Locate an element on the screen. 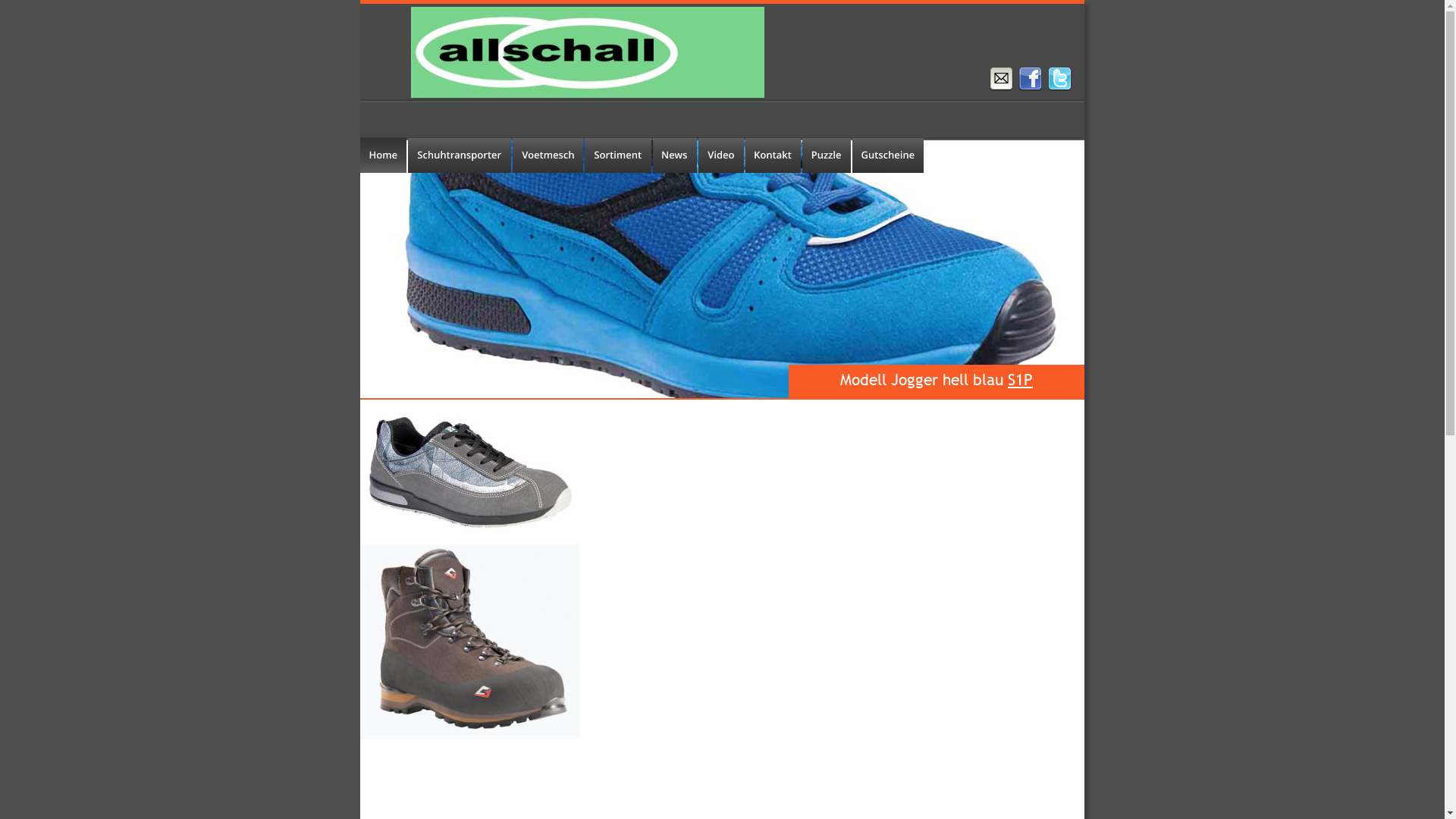 The height and width of the screenshot is (819, 1456). 'S1P' is located at coordinates (1020, 378).